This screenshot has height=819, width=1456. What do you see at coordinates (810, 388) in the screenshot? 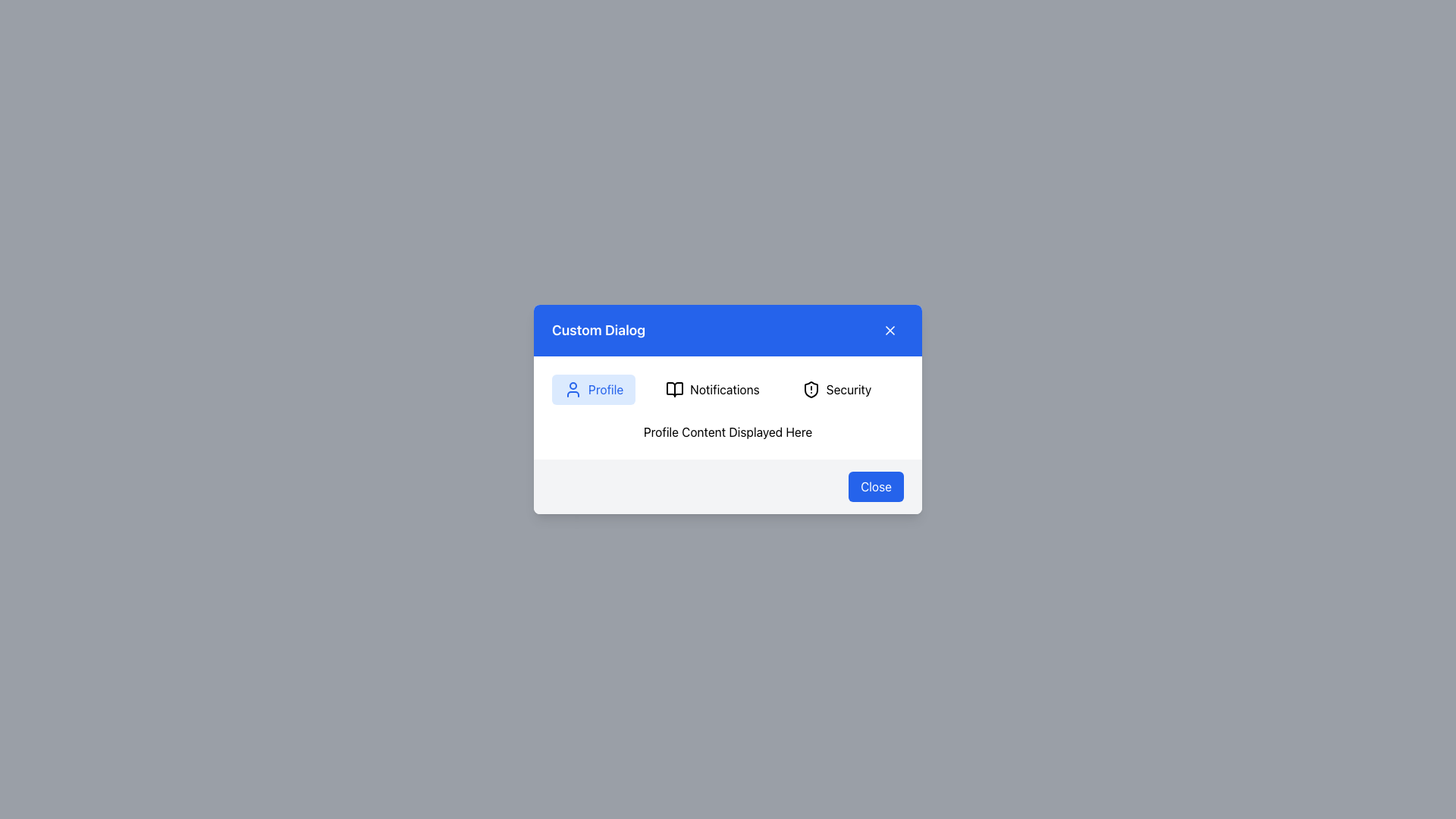
I see `the shield-shaped security icon located in the top-right corner of the 'Security' section of the interface` at bounding box center [810, 388].